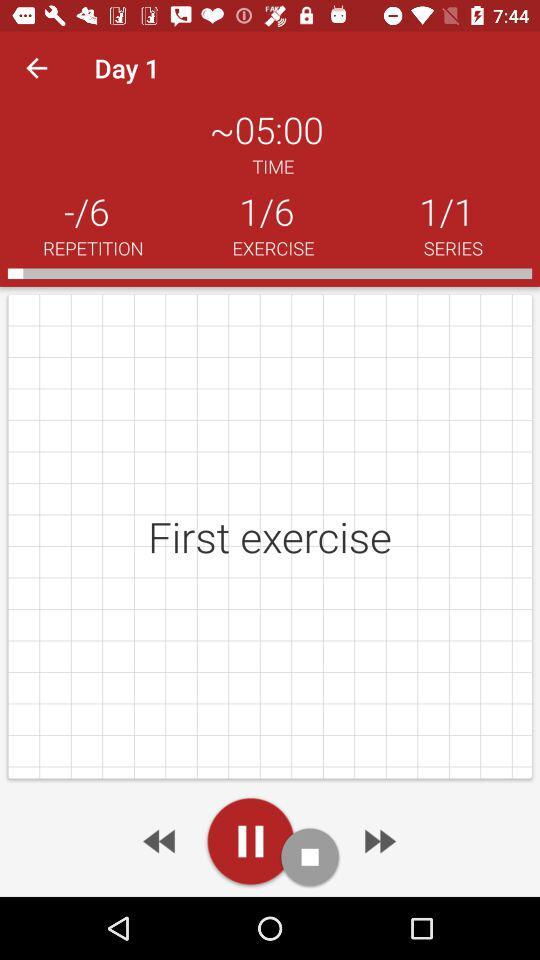 The image size is (540, 960). What do you see at coordinates (160, 840) in the screenshot?
I see `next` at bounding box center [160, 840].